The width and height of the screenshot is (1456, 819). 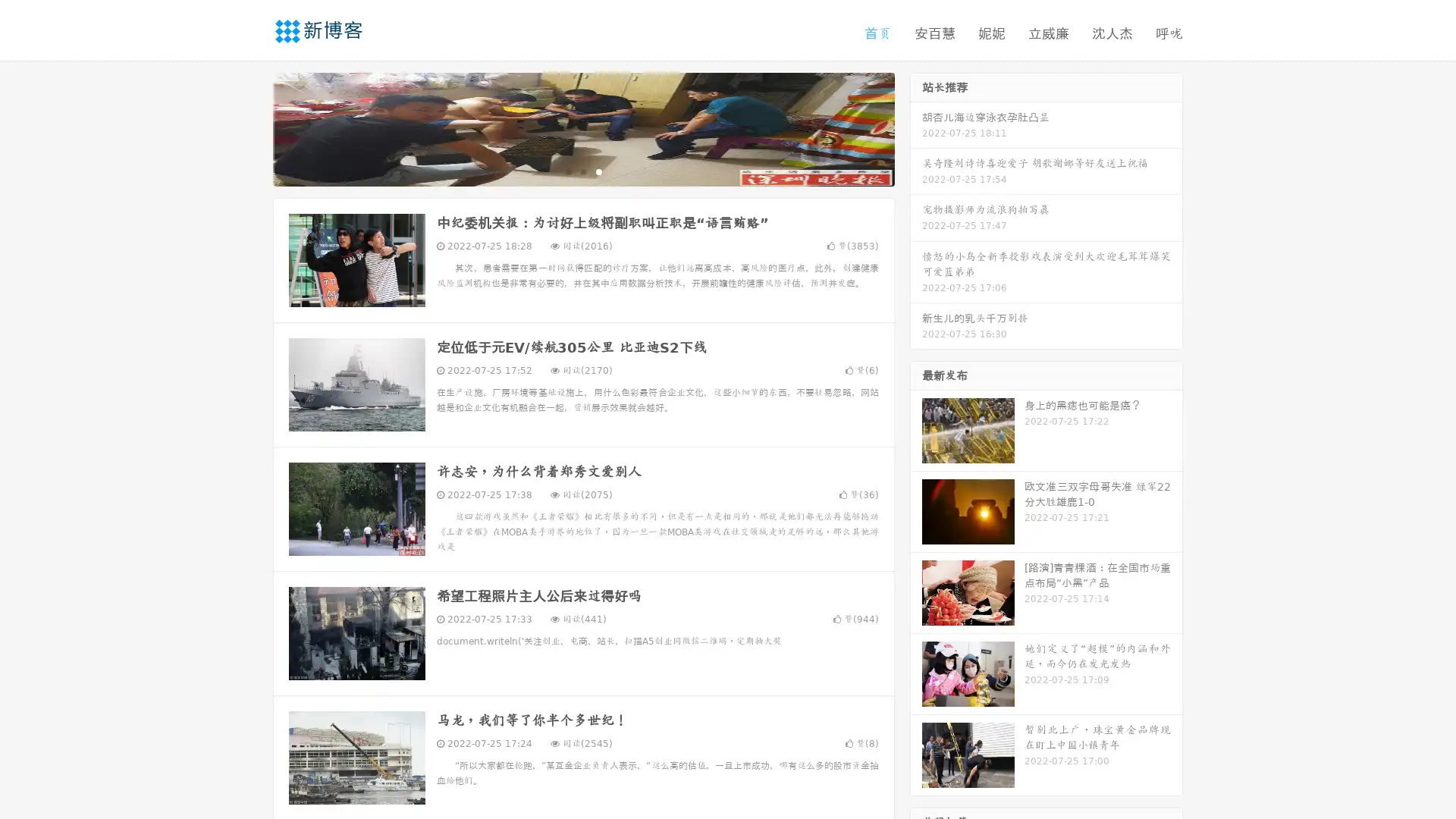 I want to click on Go to slide 3, so click(x=598, y=171).